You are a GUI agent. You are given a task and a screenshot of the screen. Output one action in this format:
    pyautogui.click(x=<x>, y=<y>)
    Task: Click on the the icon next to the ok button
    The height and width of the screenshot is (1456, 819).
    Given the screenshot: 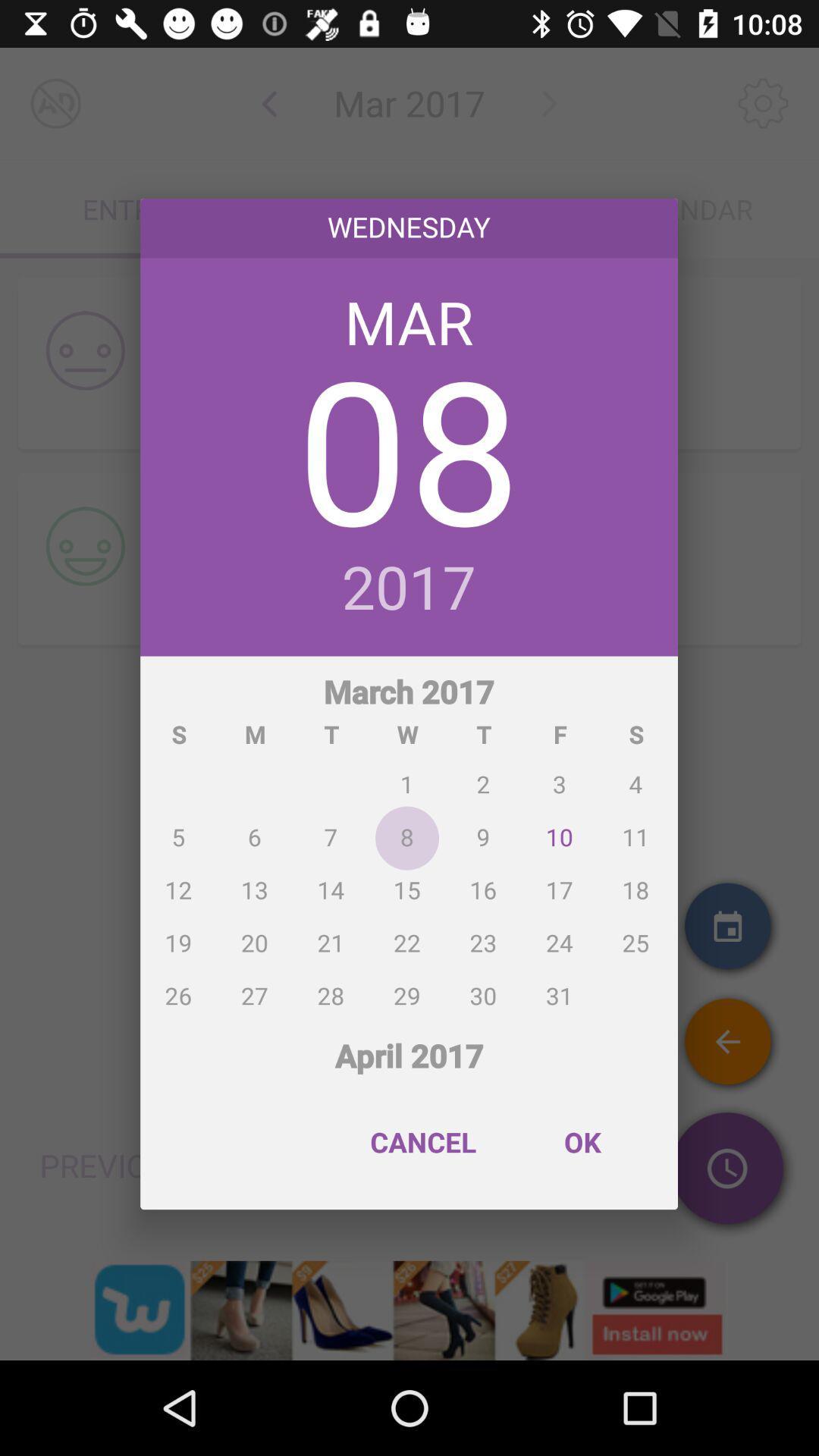 What is the action you would take?
    pyautogui.click(x=423, y=1142)
    